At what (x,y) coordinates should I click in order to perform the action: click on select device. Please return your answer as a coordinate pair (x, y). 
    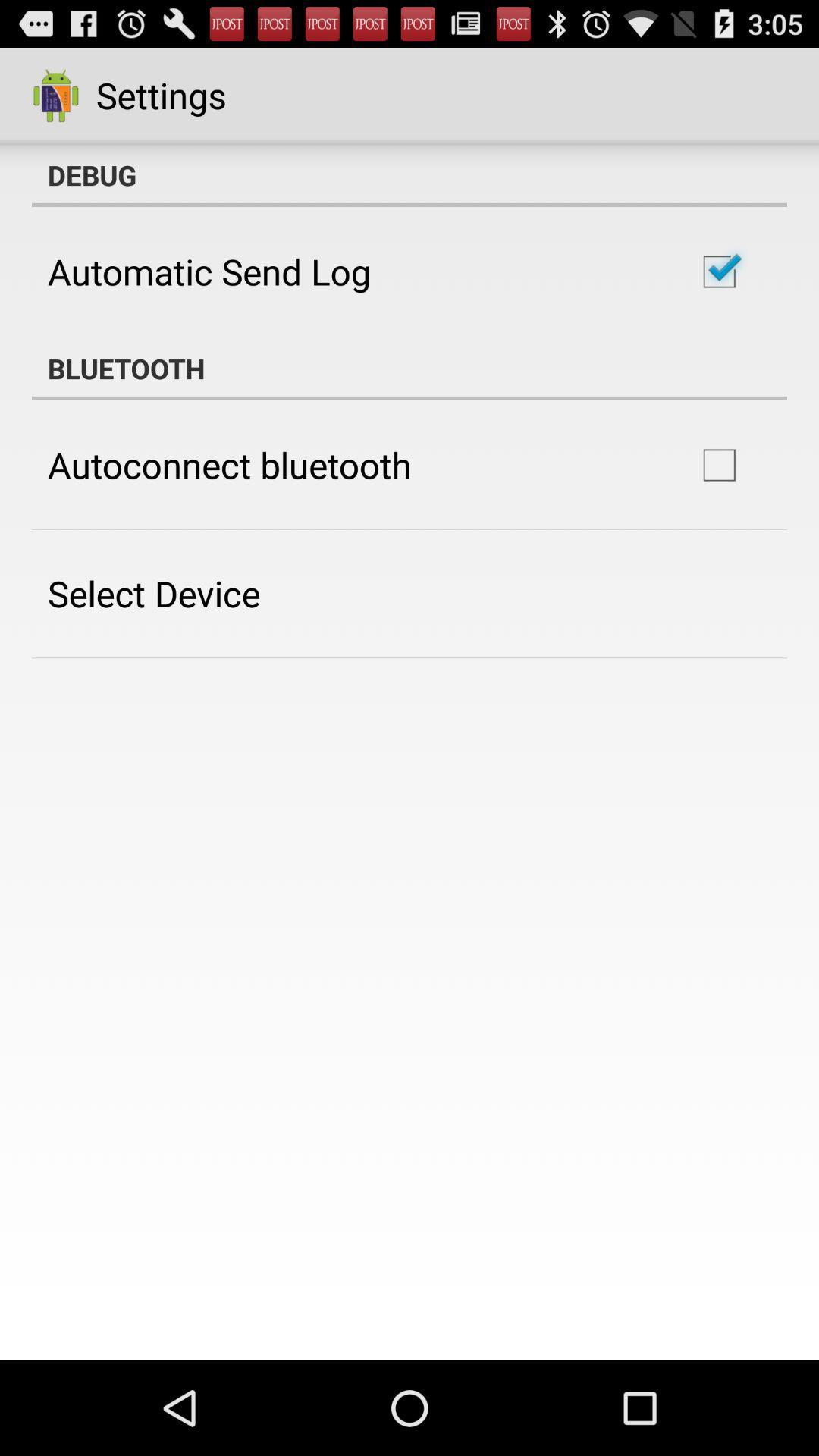
    Looking at the image, I should click on (154, 592).